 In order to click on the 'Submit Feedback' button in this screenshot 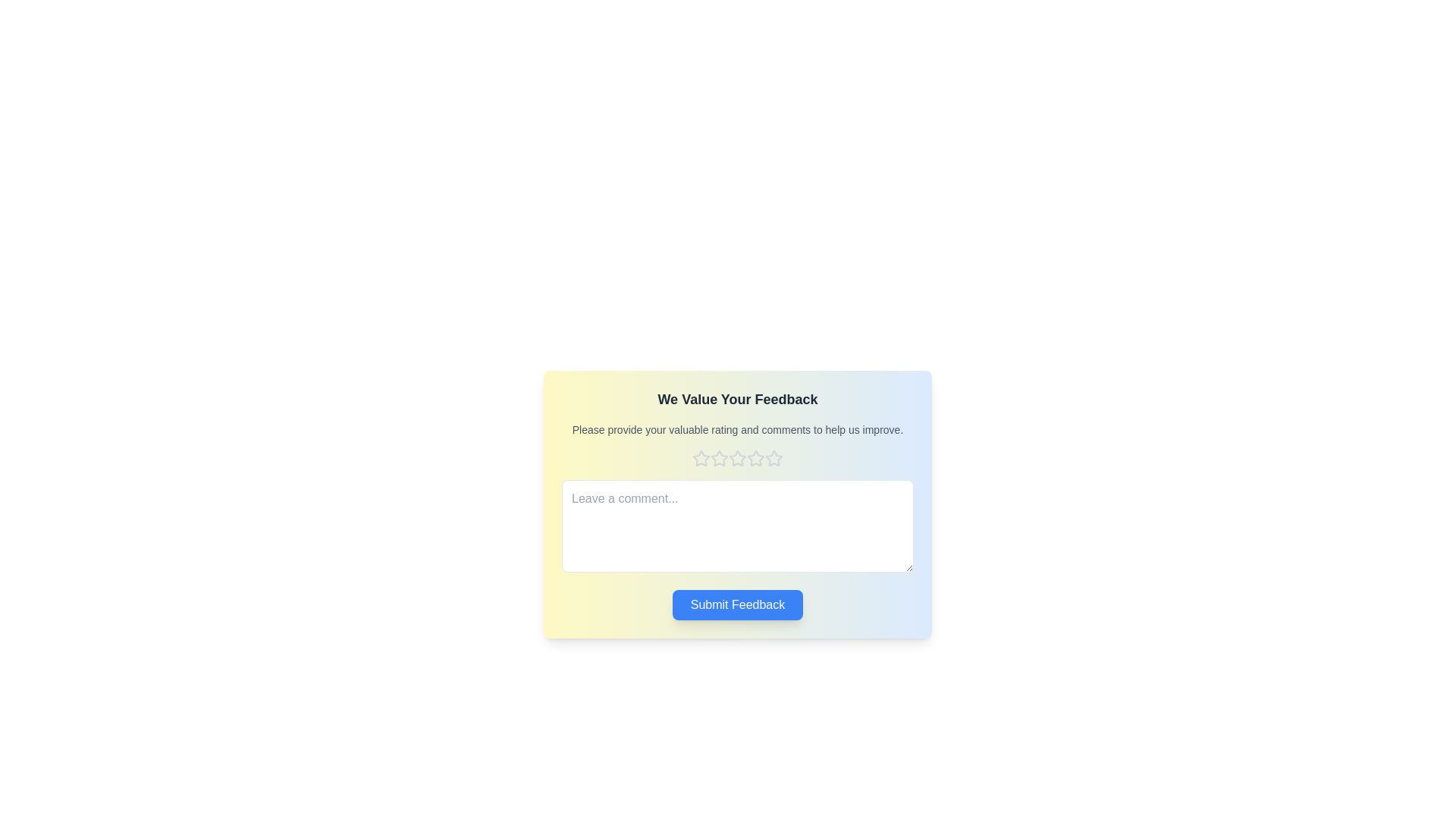, I will do `click(738, 604)`.